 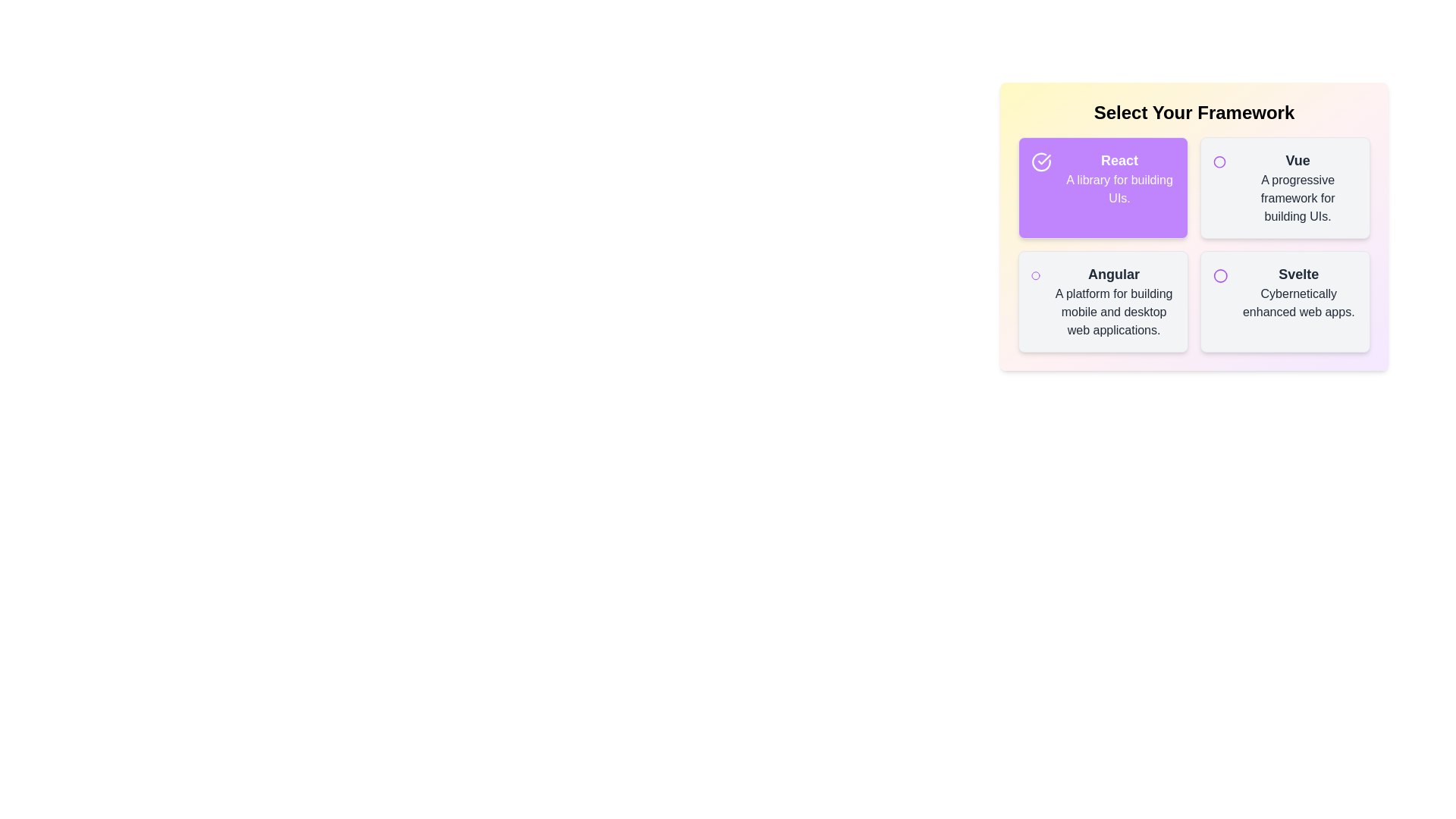 What do you see at coordinates (1103, 301) in the screenshot?
I see `the item labeled Angular to toggle its selection state` at bounding box center [1103, 301].